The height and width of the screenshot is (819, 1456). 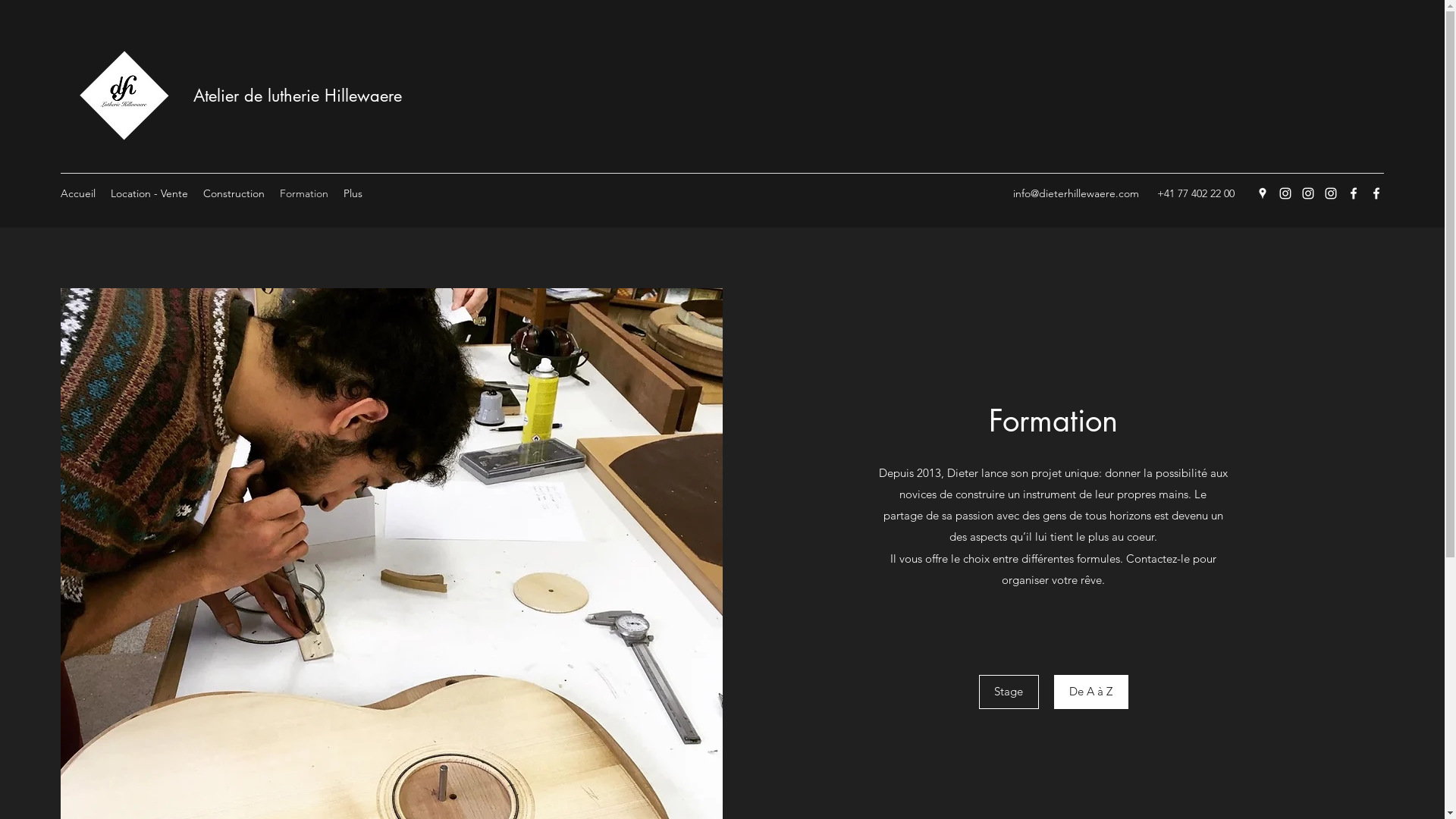 What do you see at coordinates (233, 192) in the screenshot?
I see `'Construction'` at bounding box center [233, 192].